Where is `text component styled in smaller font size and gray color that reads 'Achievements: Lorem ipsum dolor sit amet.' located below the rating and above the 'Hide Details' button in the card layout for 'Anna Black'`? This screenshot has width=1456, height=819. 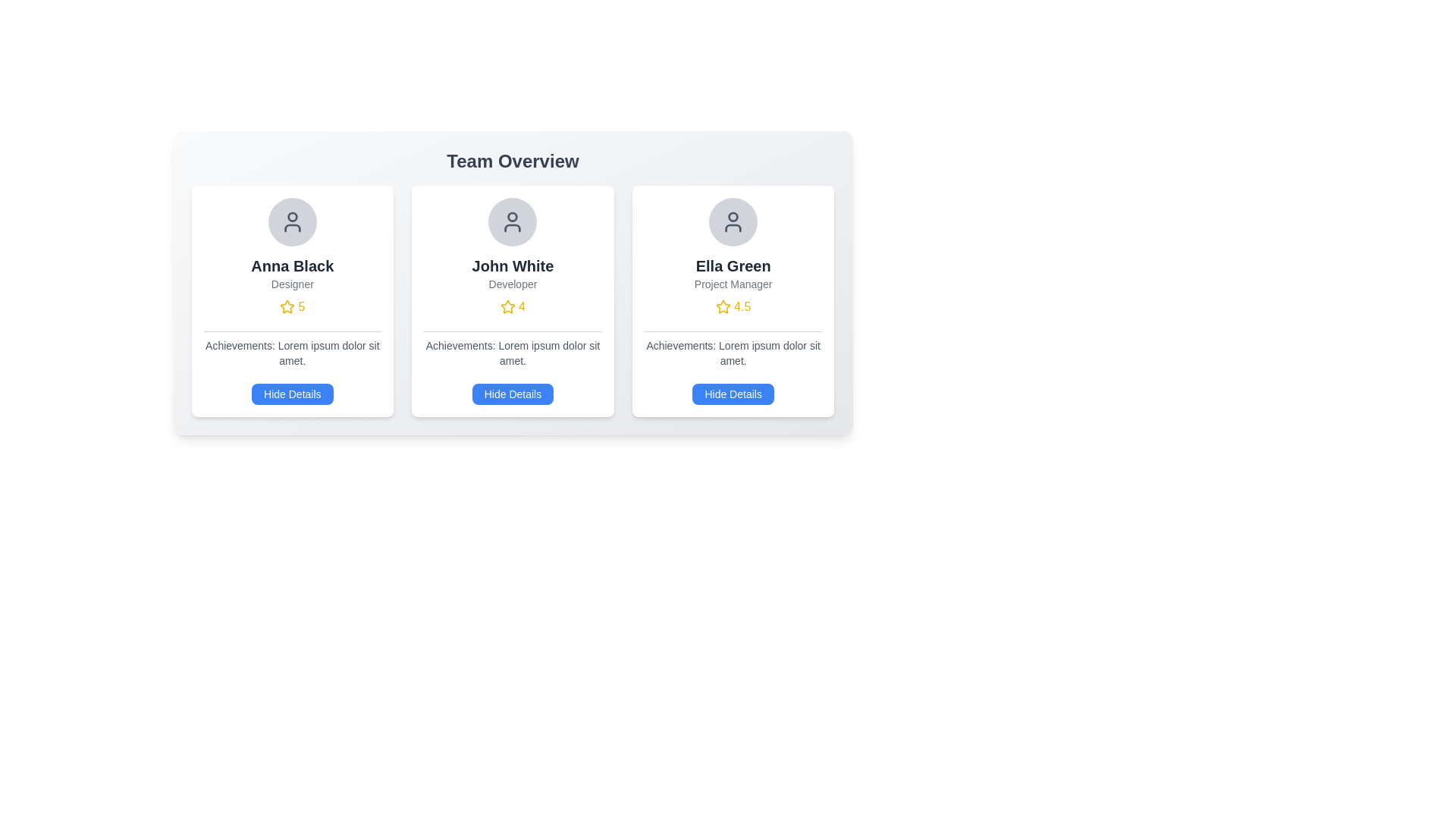
text component styled in smaller font size and gray color that reads 'Achievements: Lorem ipsum dolor sit amet.' located below the rating and above the 'Hide Details' button in the card layout for 'Anna Black' is located at coordinates (292, 350).